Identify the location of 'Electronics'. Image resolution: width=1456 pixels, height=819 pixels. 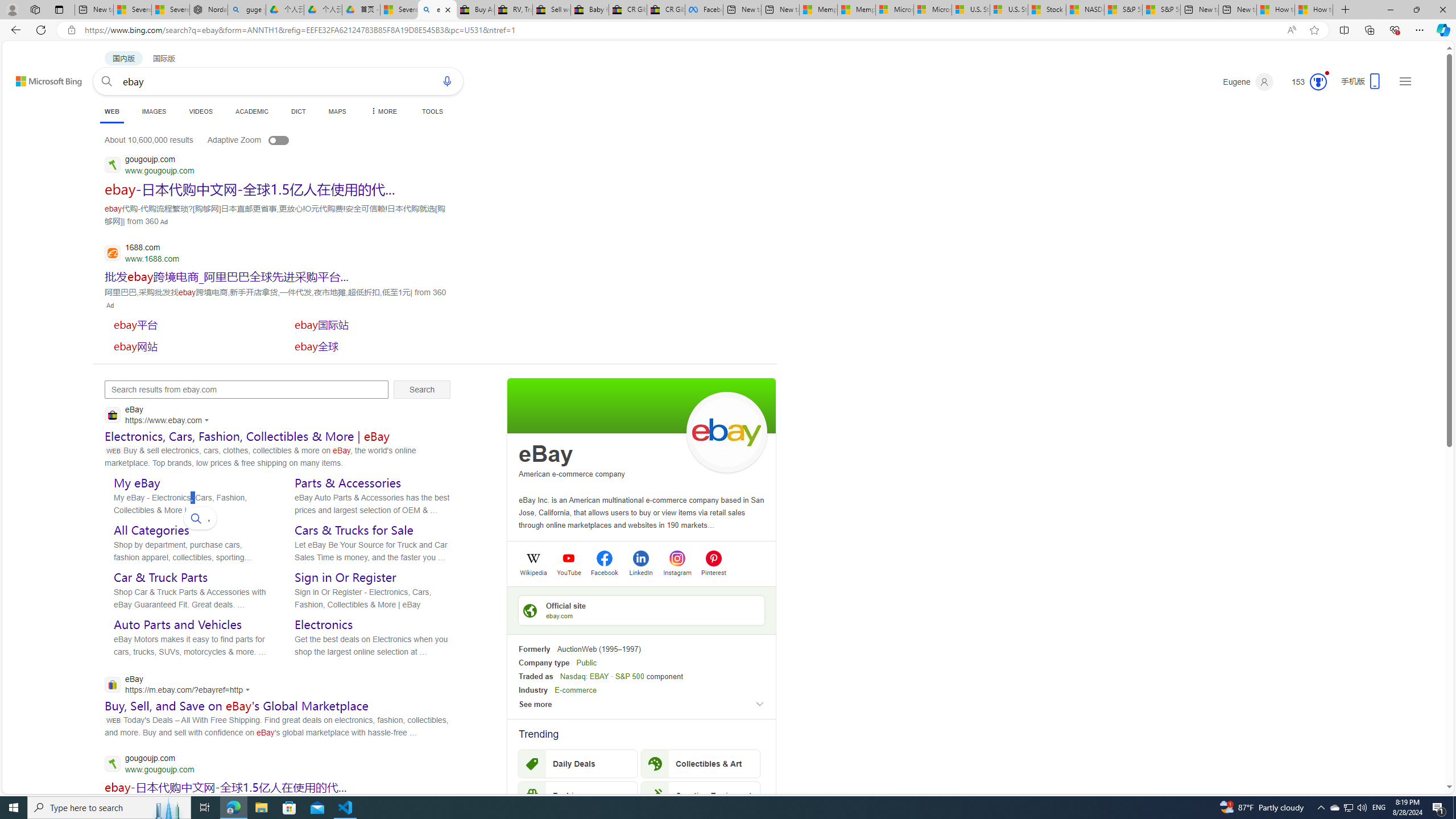
(323, 624).